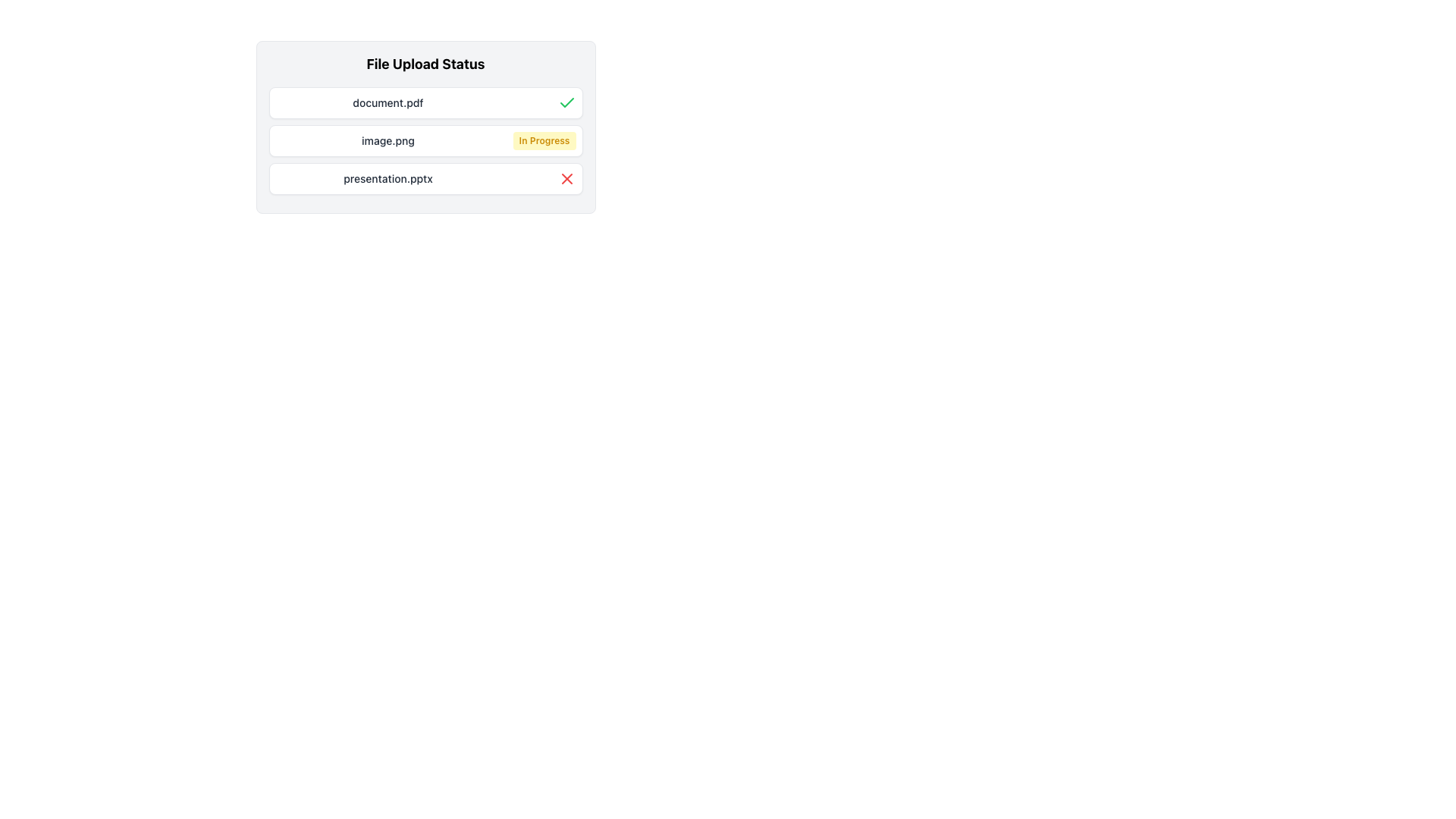 This screenshot has height=819, width=1456. Describe the element at coordinates (425, 177) in the screenshot. I see `the 'presentation.pptx' list item, which is the third item under the 'File Upload Status' header` at that location.